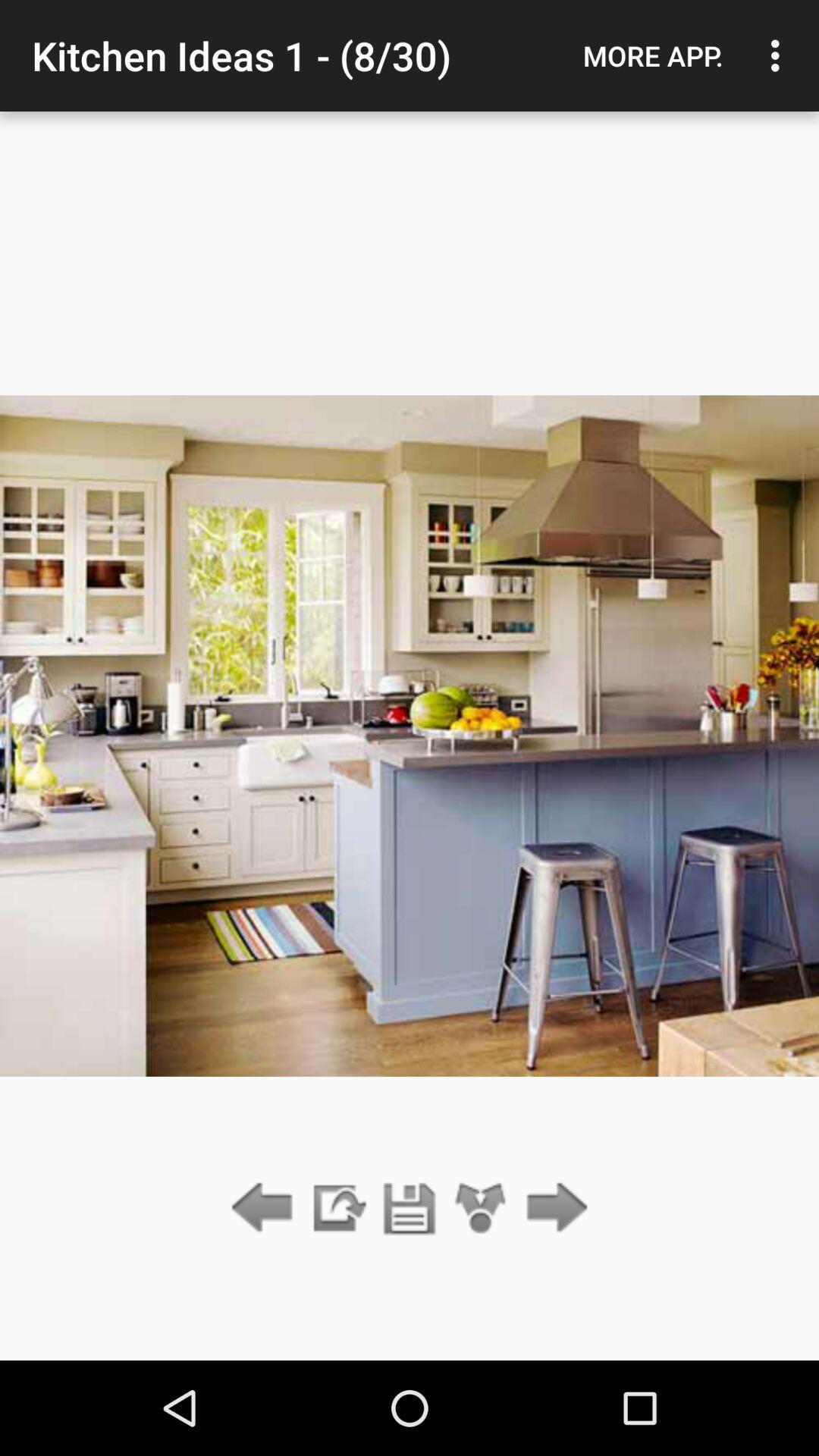 The height and width of the screenshot is (1456, 819). What do you see at coordinates (265, 1208) in the screenshot?
I see `the arrow_backward icon` at bounding box center [265, 1208].